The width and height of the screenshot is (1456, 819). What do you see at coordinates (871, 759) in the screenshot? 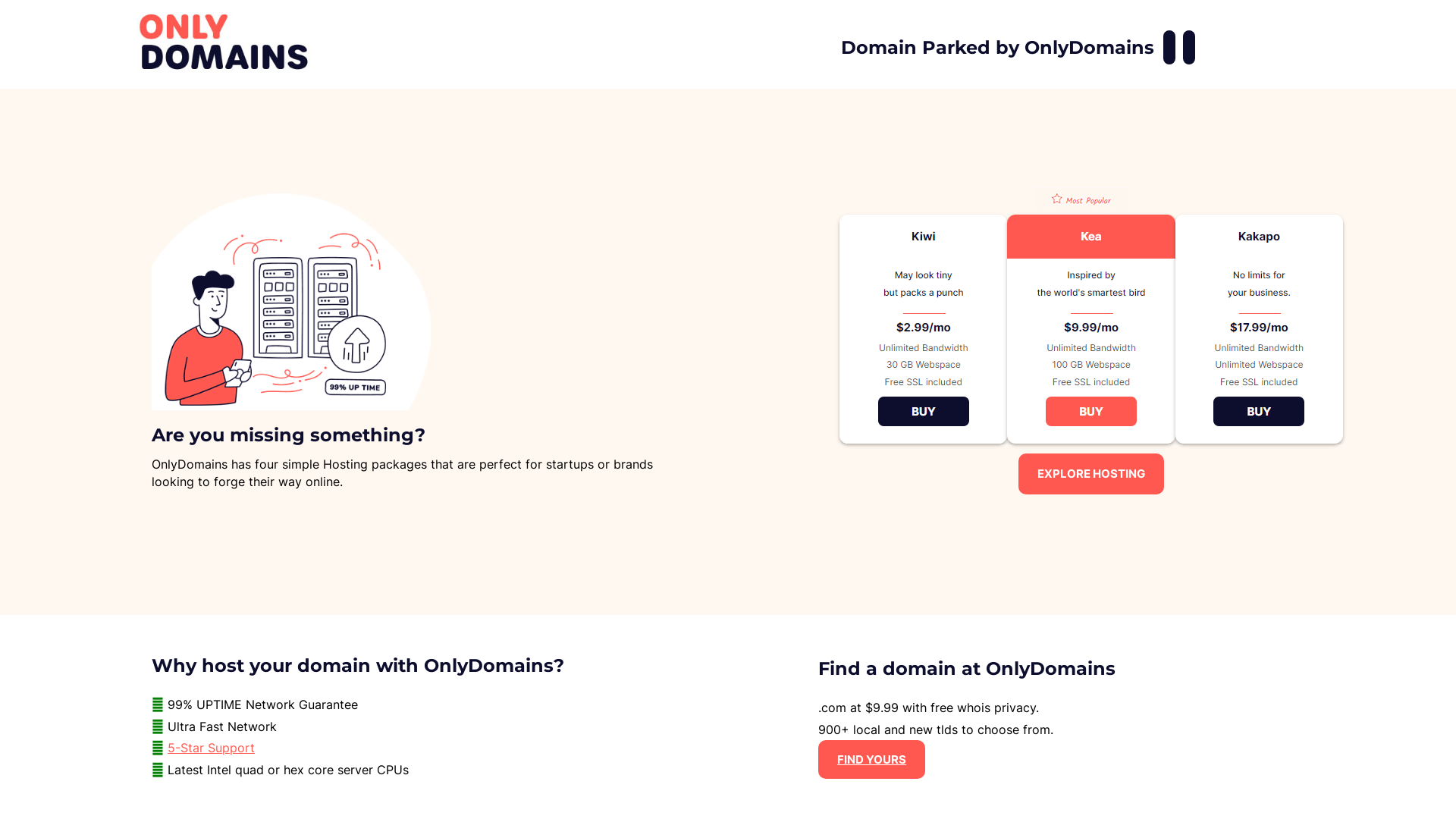
I see `'FIND YOURS'` at bounding box center [871, 759].